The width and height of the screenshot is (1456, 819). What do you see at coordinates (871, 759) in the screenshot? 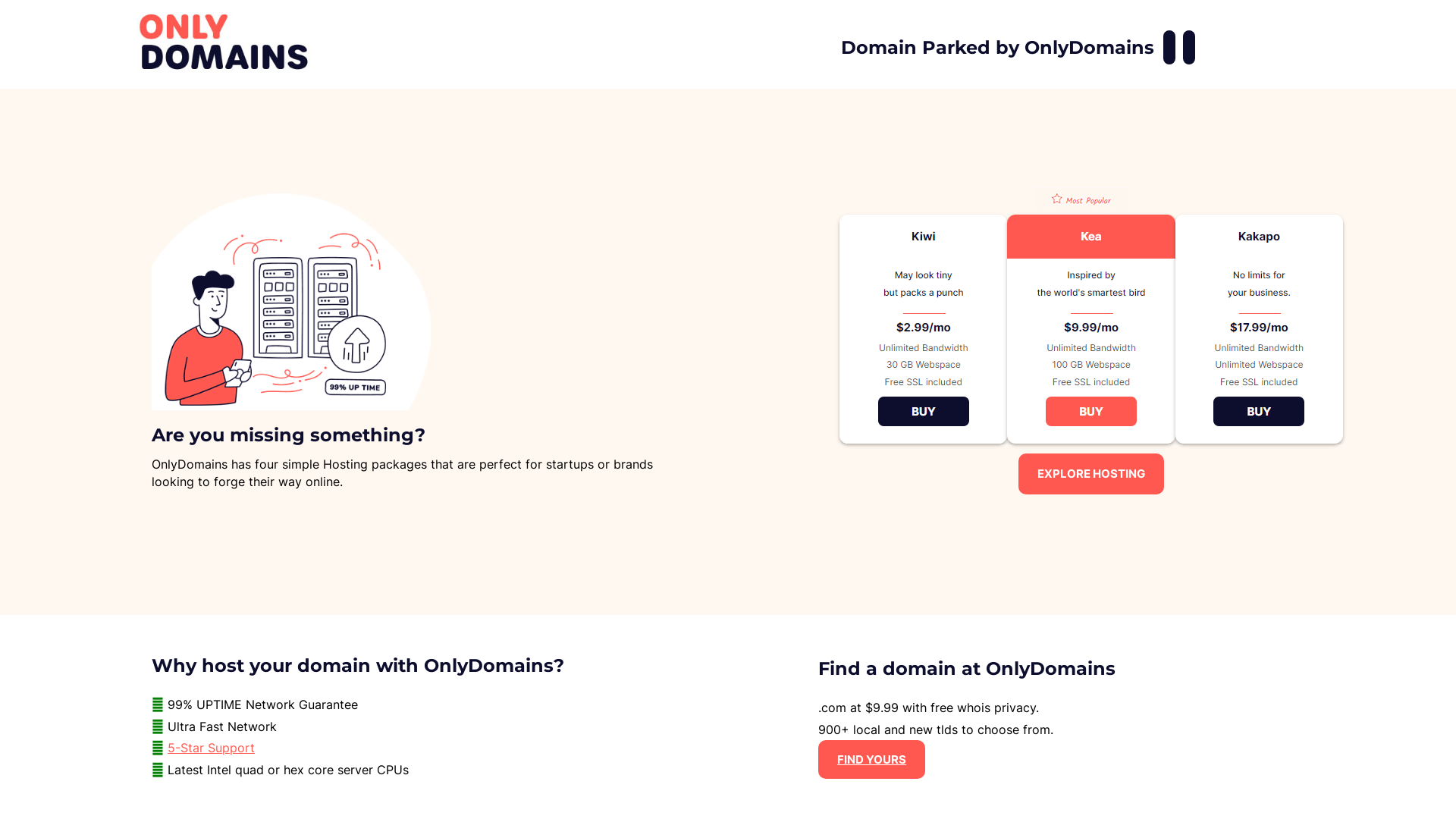
I see `'FIND YOURS'` at bounding box center [871, 759].